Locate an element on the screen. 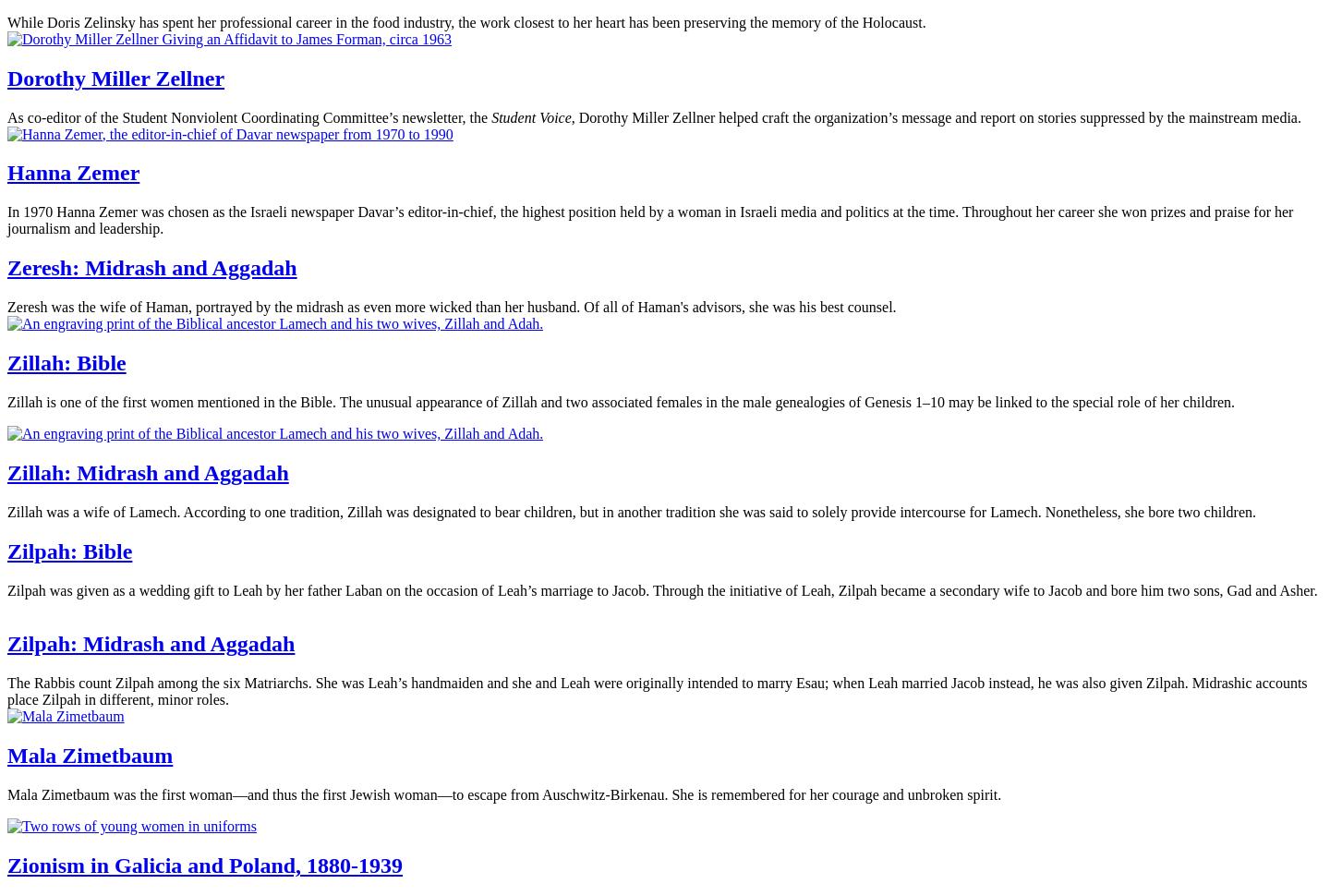 The image size is (1330, 896). 'Mala Zimetbaum' is located at coordinates (90, 756).